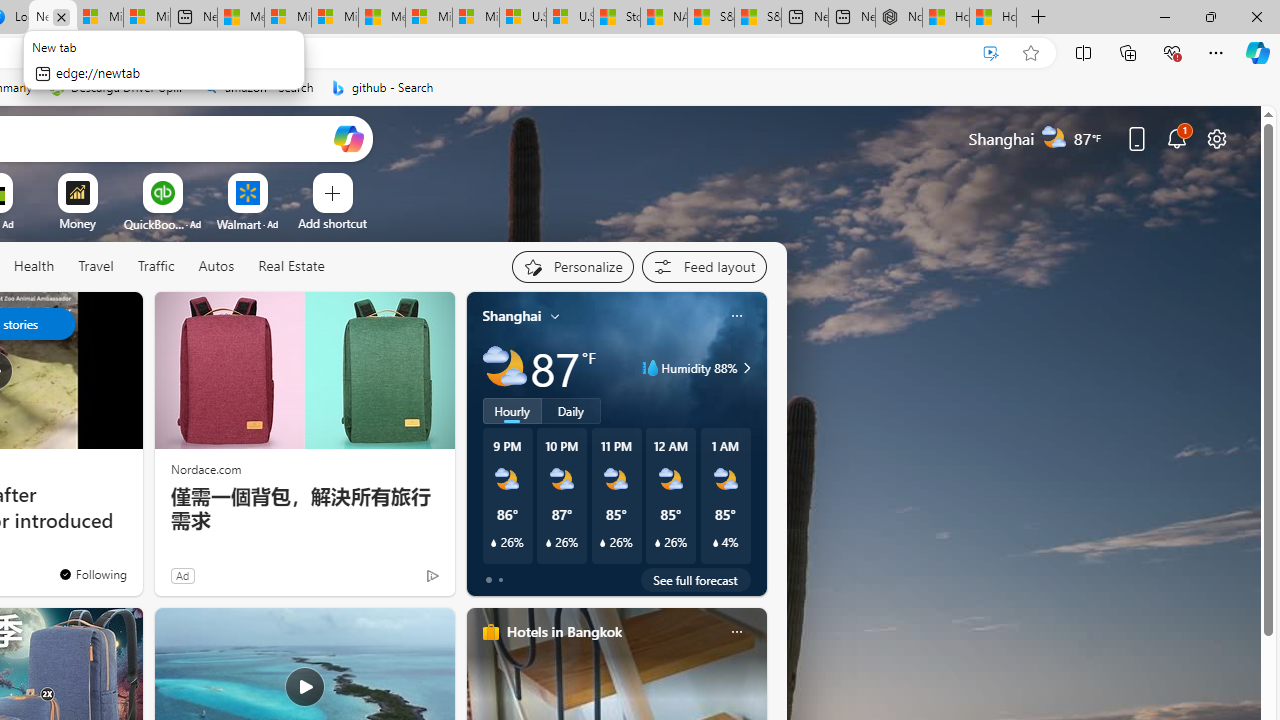  Describe the element at coordinates (382, 87) in the screenshot. I see `'github - Search'` at that location.